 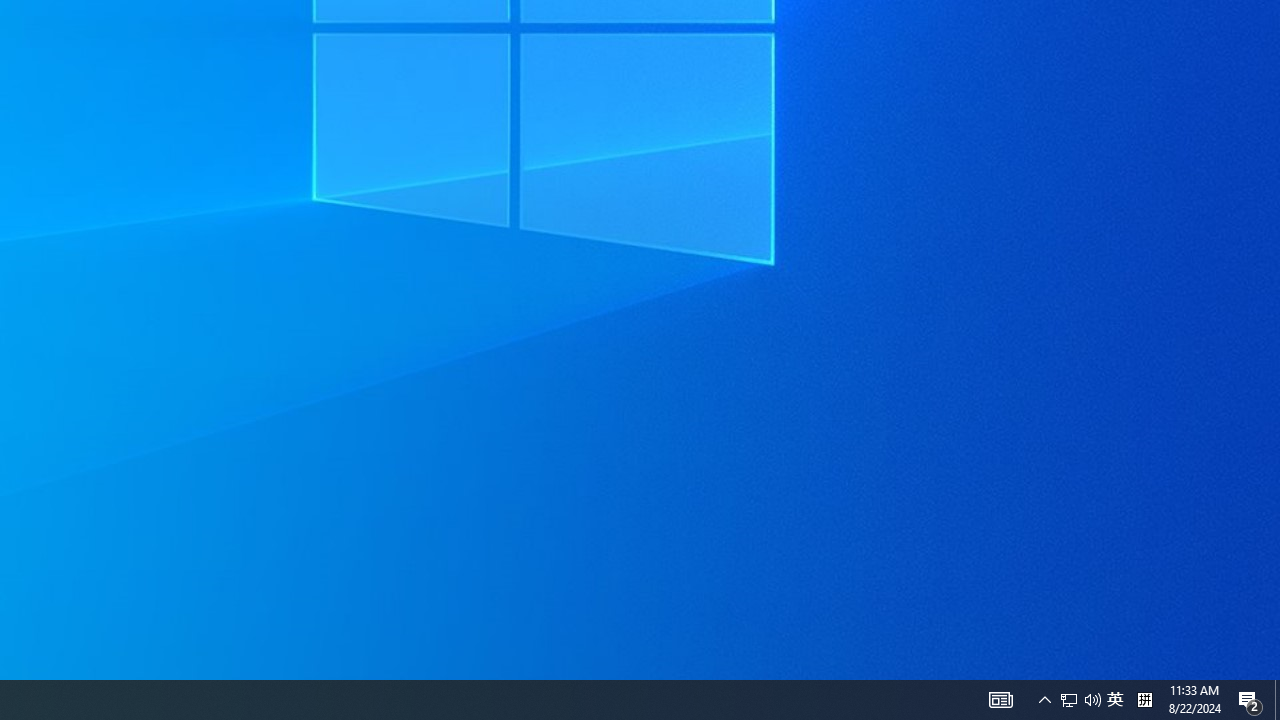 I want to click on 'Q2790: 100%', so click(x=1114, y=698).